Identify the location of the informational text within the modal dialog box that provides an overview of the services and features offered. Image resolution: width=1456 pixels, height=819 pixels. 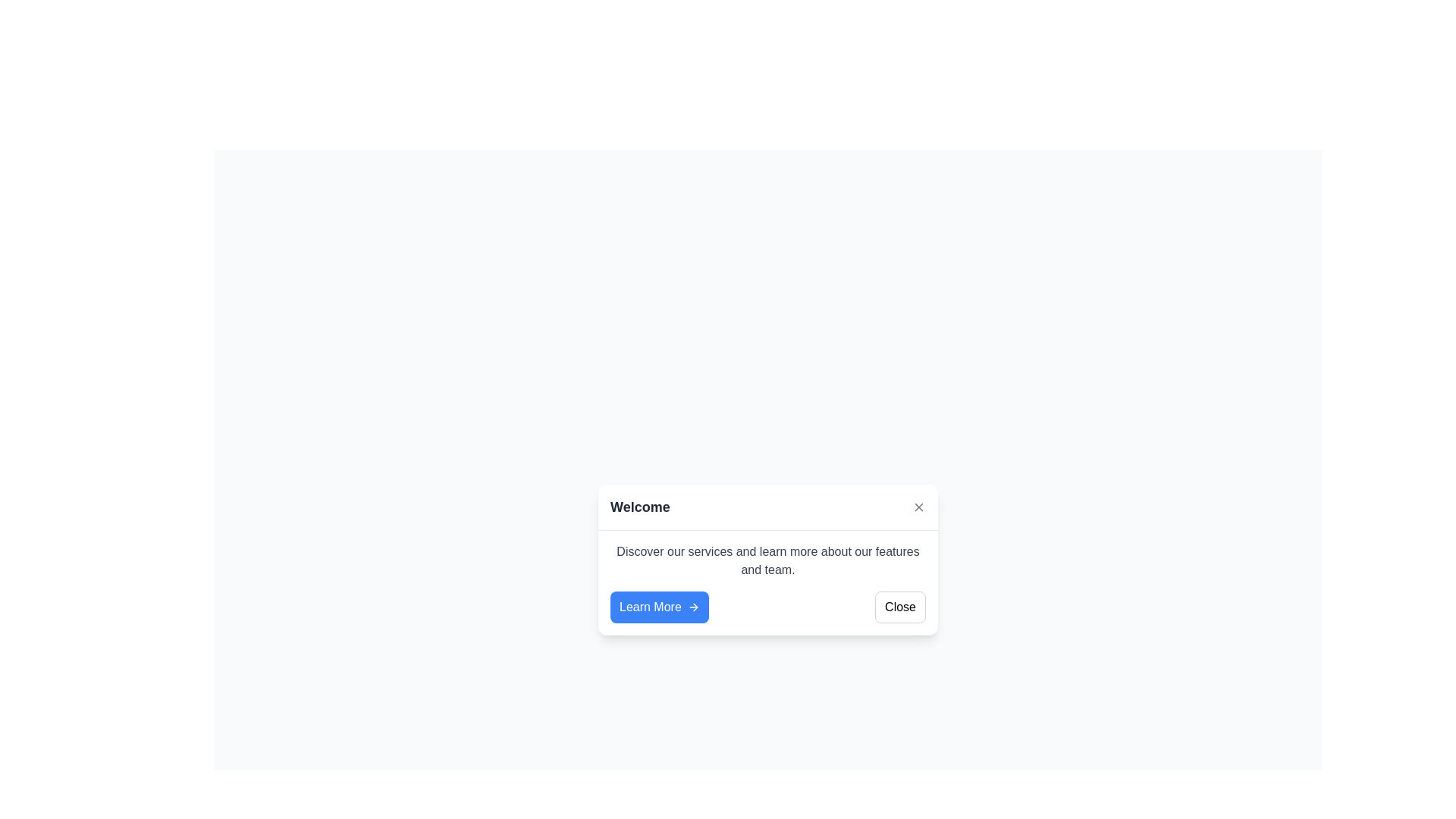
(767, 560).